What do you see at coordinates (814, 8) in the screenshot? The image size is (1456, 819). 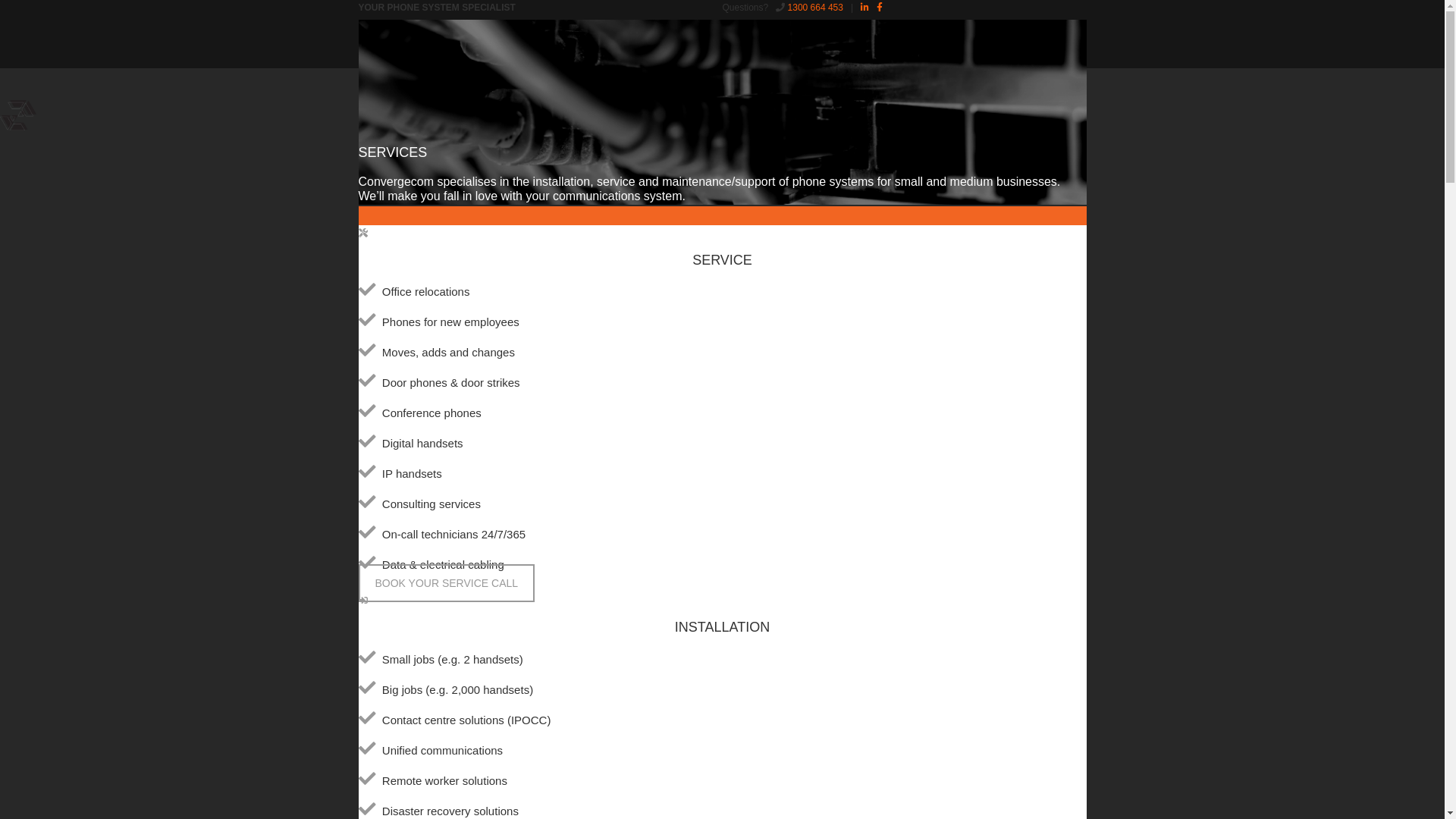 I see `'1300 664 453'` at bounding box center [814, 8].